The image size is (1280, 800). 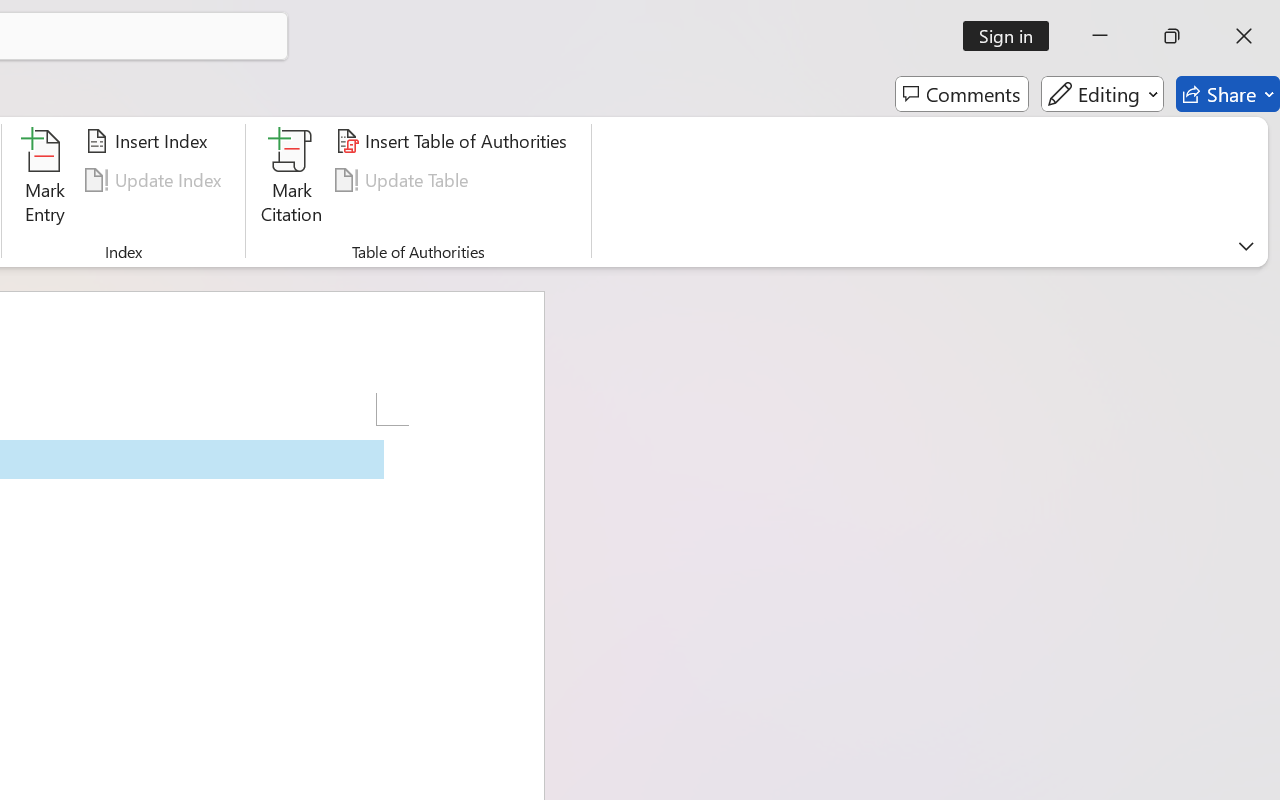 I want to click on 'Update Table', so click(x=404, y=179).